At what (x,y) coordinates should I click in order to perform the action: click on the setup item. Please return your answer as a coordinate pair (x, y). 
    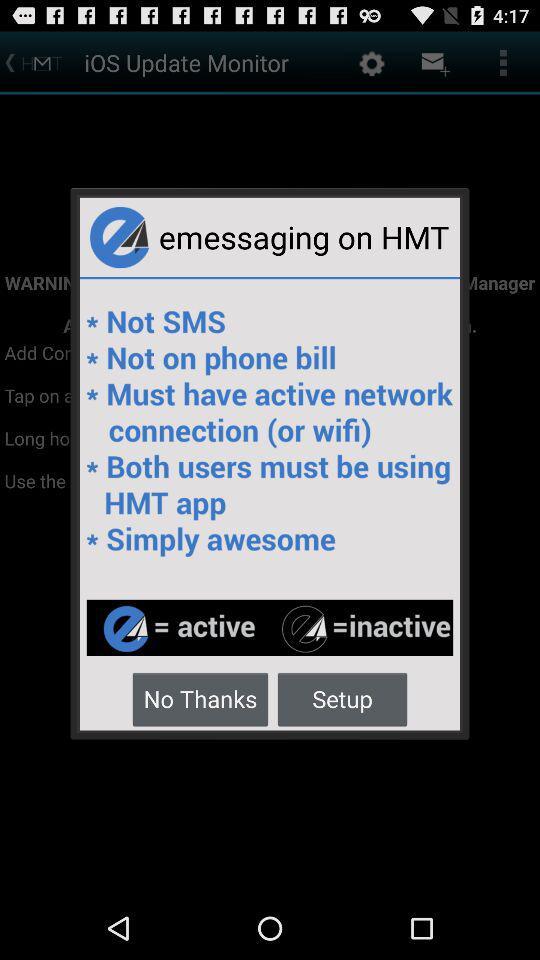
    Looking at the image, I should click on (341, 698).